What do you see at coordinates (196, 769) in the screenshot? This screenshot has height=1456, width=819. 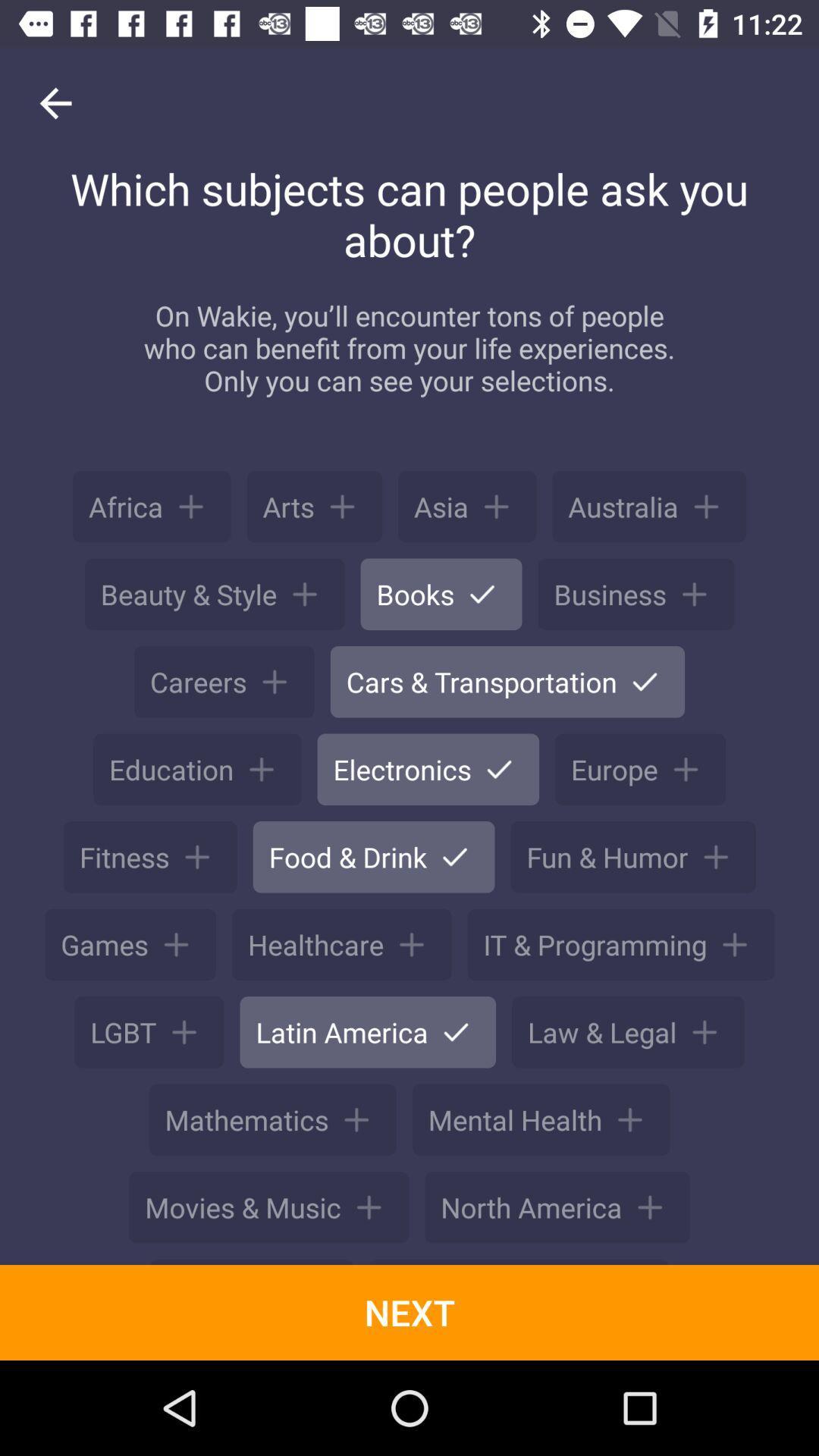 I see `the button on left of electronics` at bounding box center [196, 769].